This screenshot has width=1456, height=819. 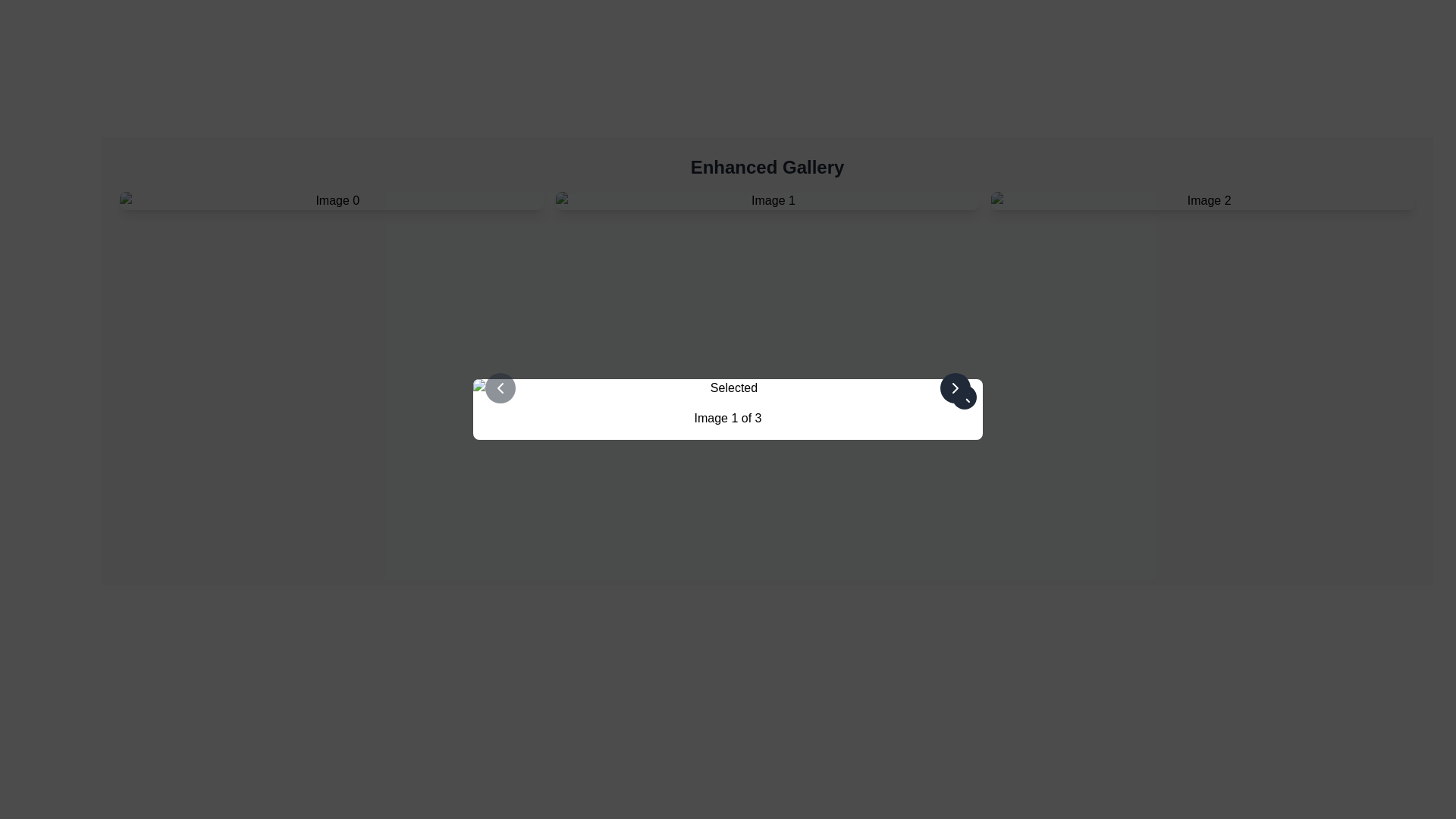 I want to click on the circular navigation button with a dark gray background and white arrow icon, so click(x=954, y=388).